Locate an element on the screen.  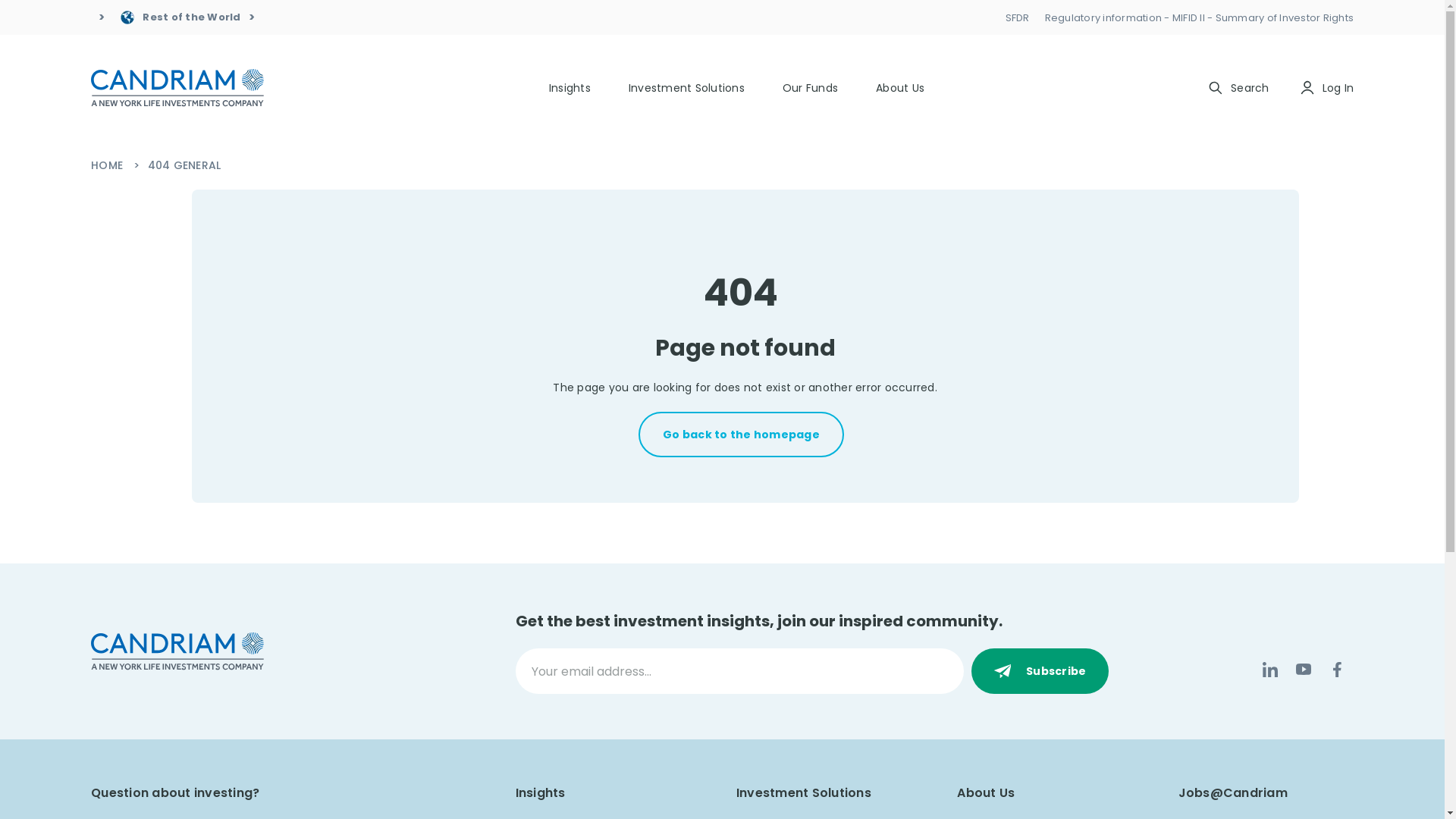
'SFDR' is located at coordinates (1018, 17).